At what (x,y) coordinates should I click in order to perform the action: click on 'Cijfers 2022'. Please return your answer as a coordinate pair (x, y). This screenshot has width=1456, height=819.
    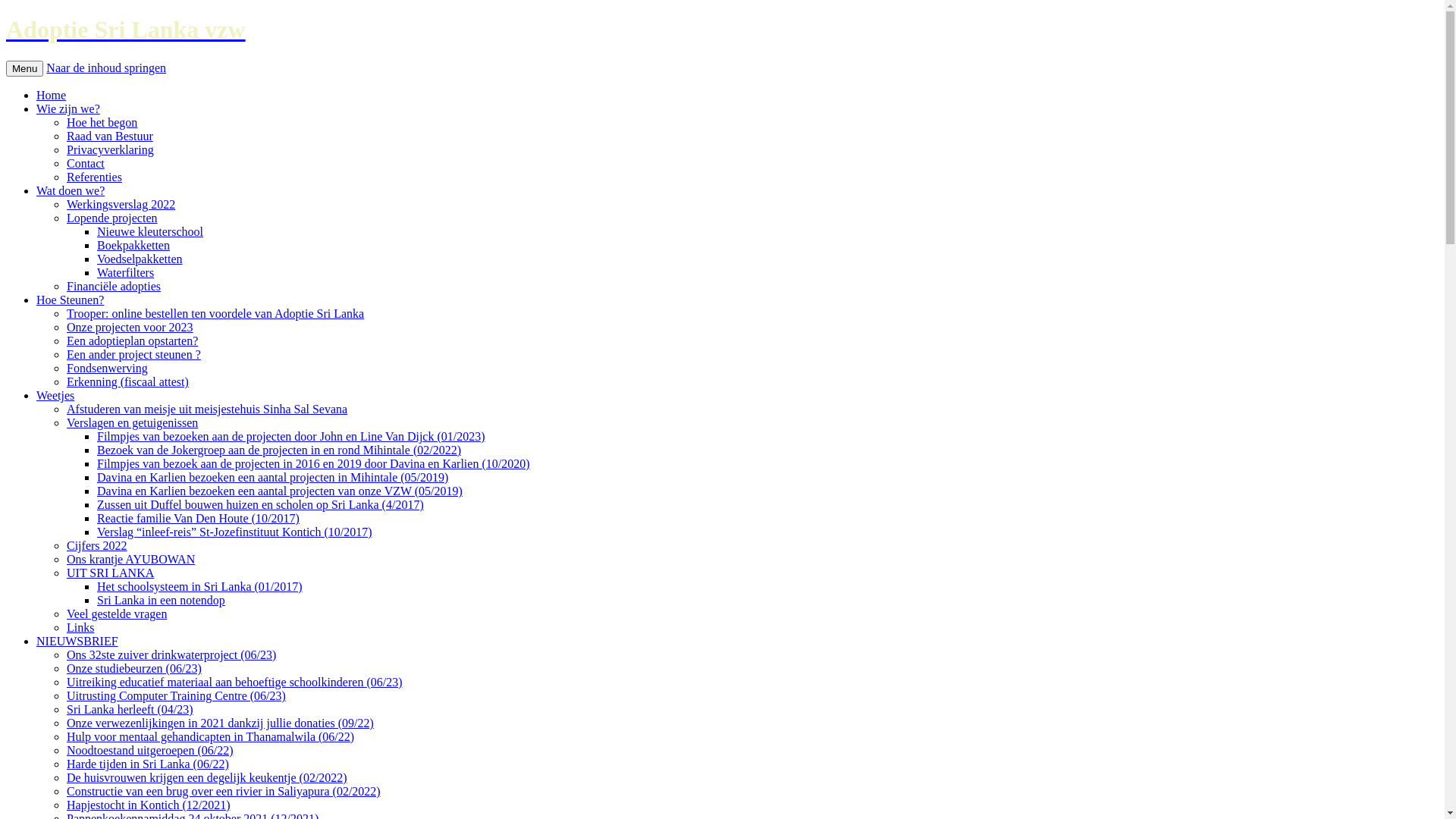
    Looking at the image, I should click on (96, 544).